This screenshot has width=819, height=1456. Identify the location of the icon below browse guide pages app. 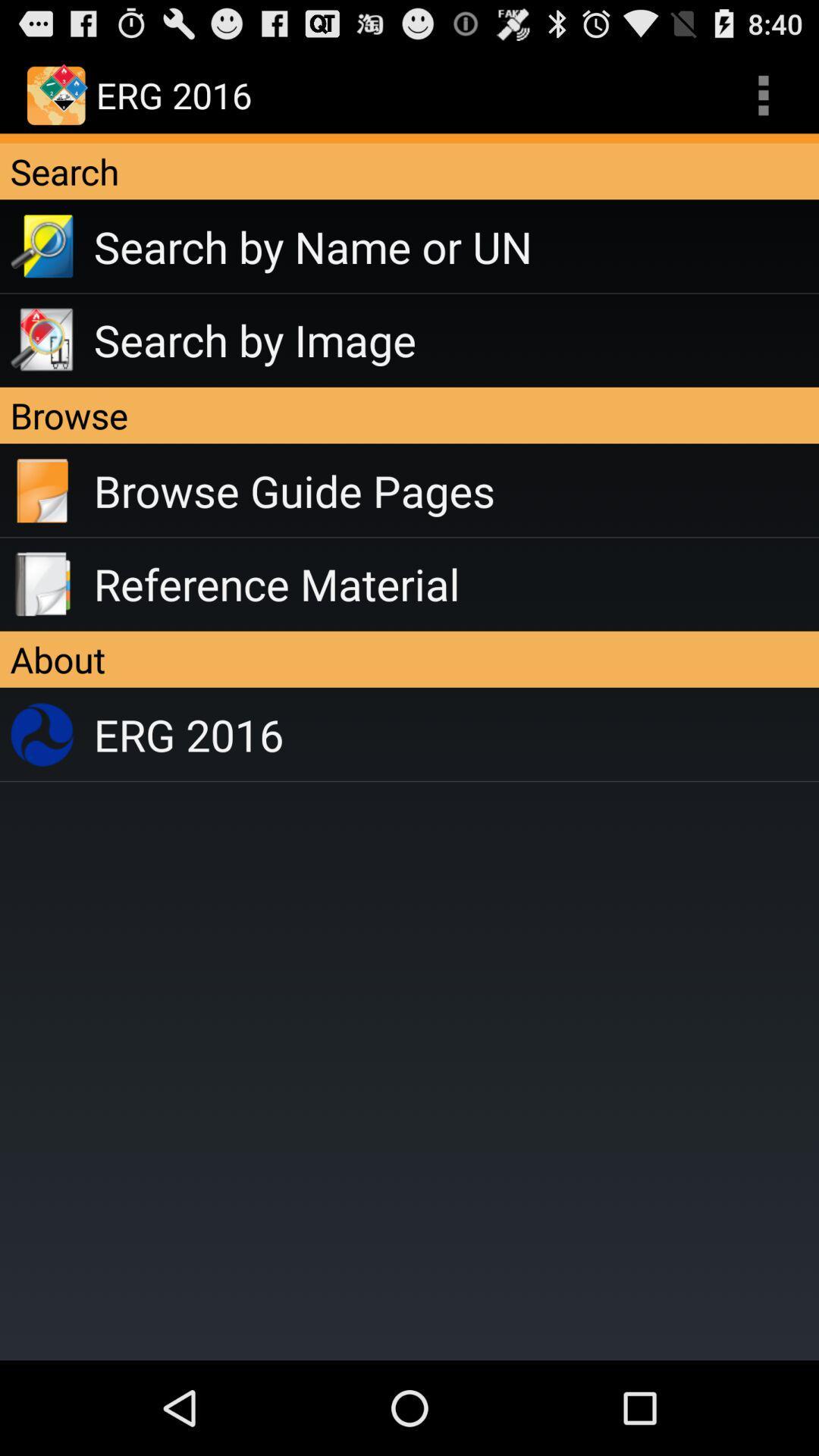
(455, 583).